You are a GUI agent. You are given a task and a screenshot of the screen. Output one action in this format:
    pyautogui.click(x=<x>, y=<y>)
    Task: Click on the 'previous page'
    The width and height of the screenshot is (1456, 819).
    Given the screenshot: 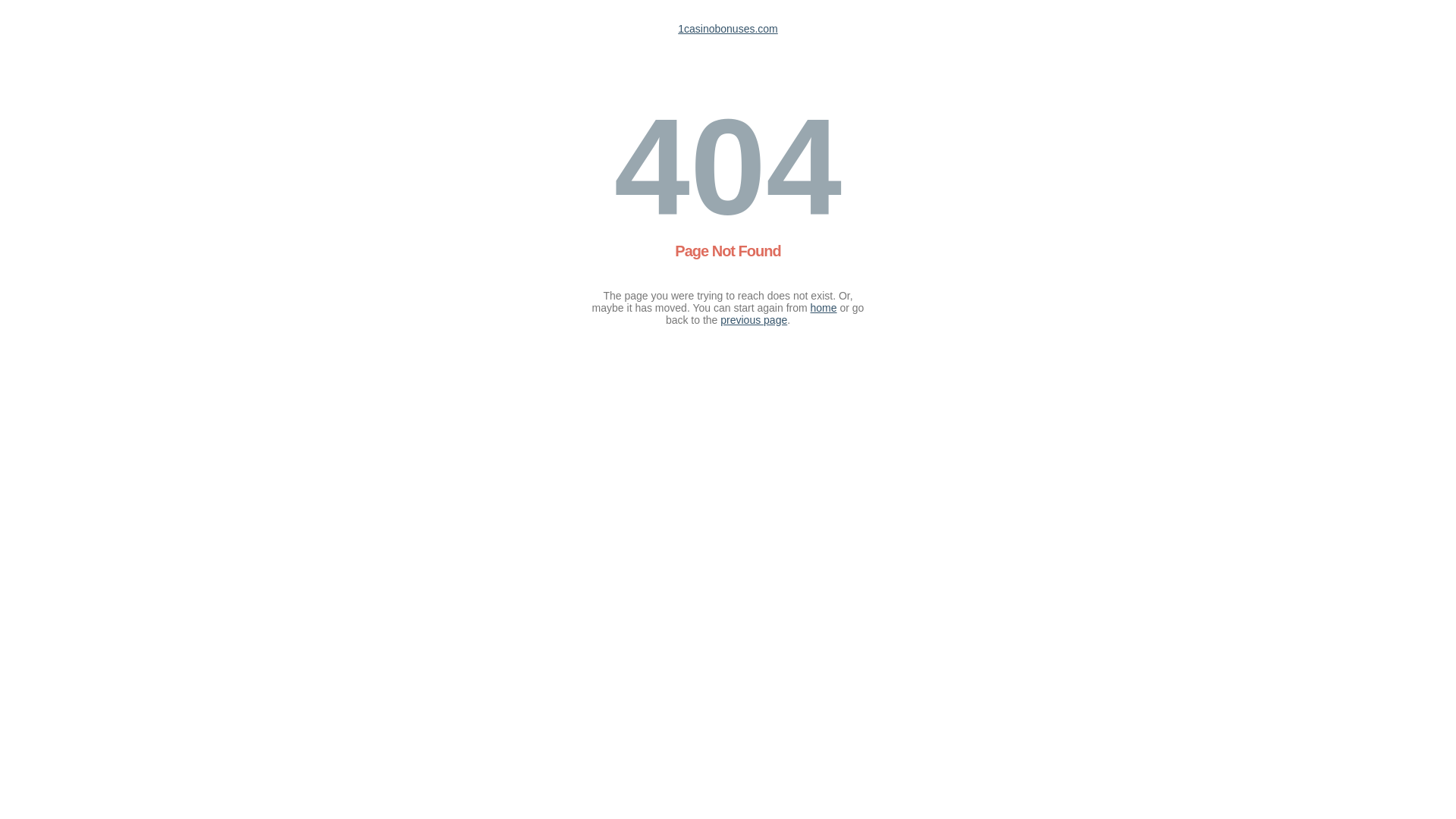 What is the action you would take?
    pyautogui.click(x=720, y=318)
    